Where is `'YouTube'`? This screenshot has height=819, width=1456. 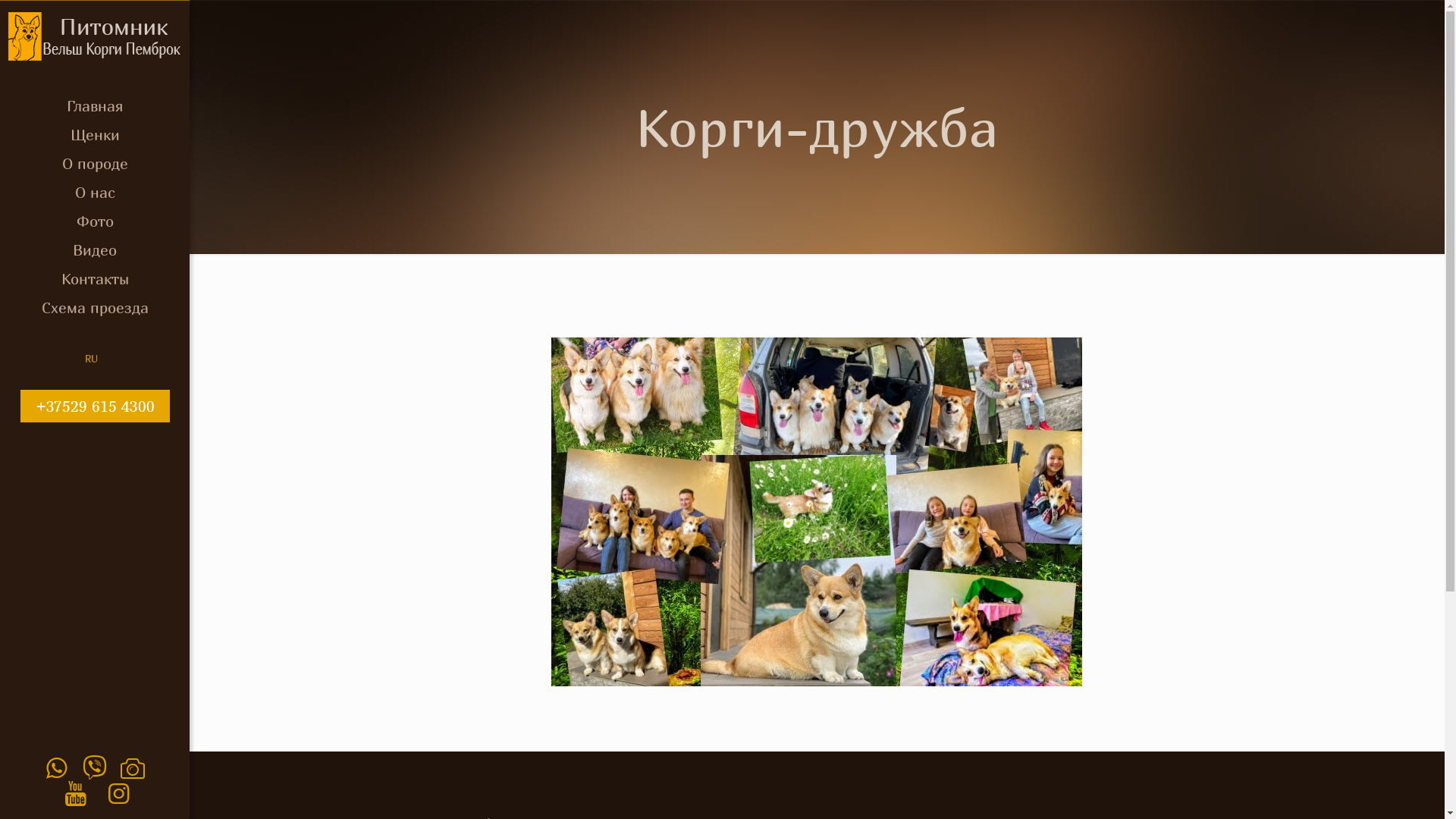
'YouTube' is located at coordinates (74, 792).